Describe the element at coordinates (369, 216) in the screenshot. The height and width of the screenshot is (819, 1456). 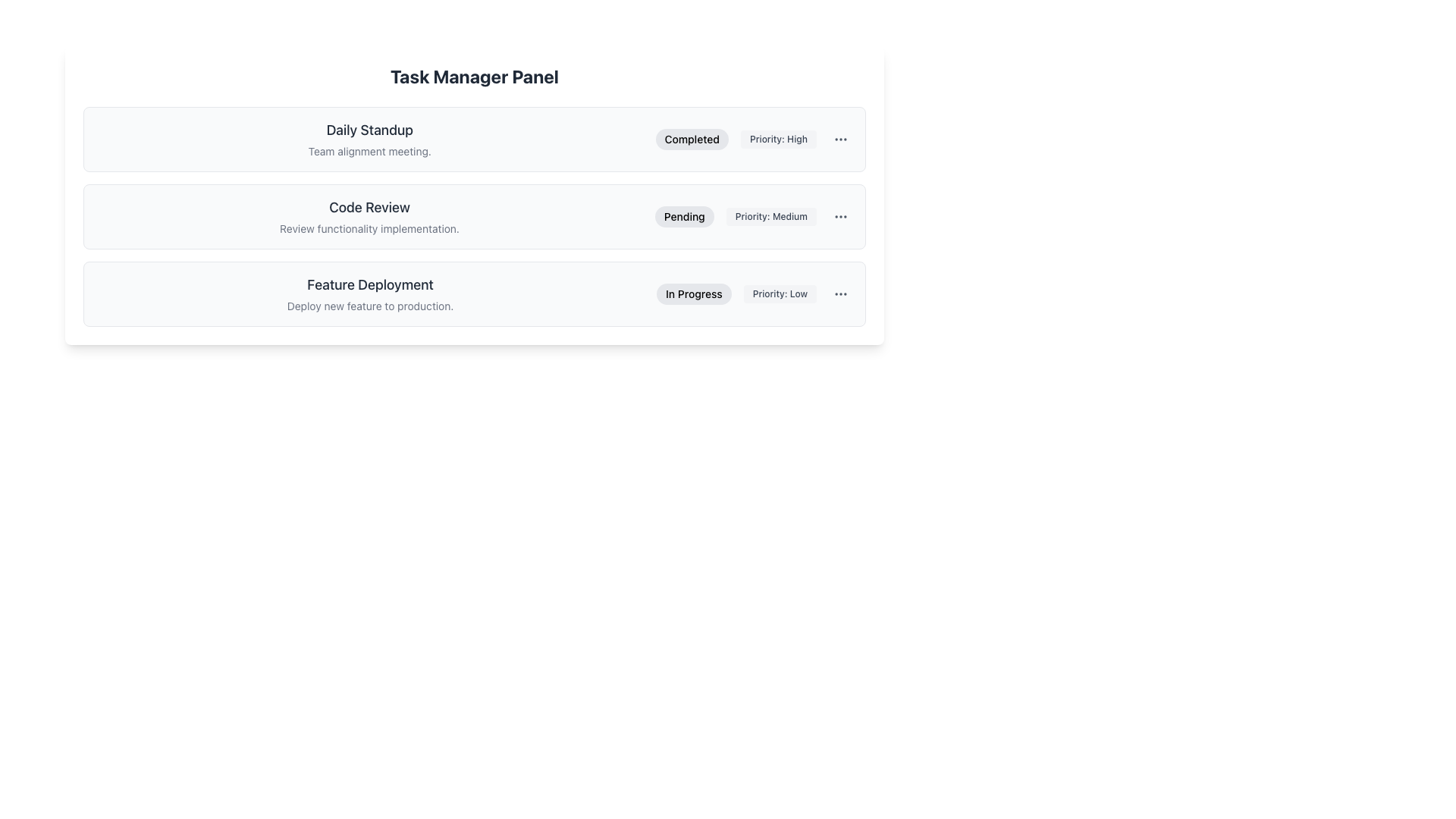
I see `the 'Code Review' task information text block, which displays its title and description, located in the center section of the second row of task items` at that location.